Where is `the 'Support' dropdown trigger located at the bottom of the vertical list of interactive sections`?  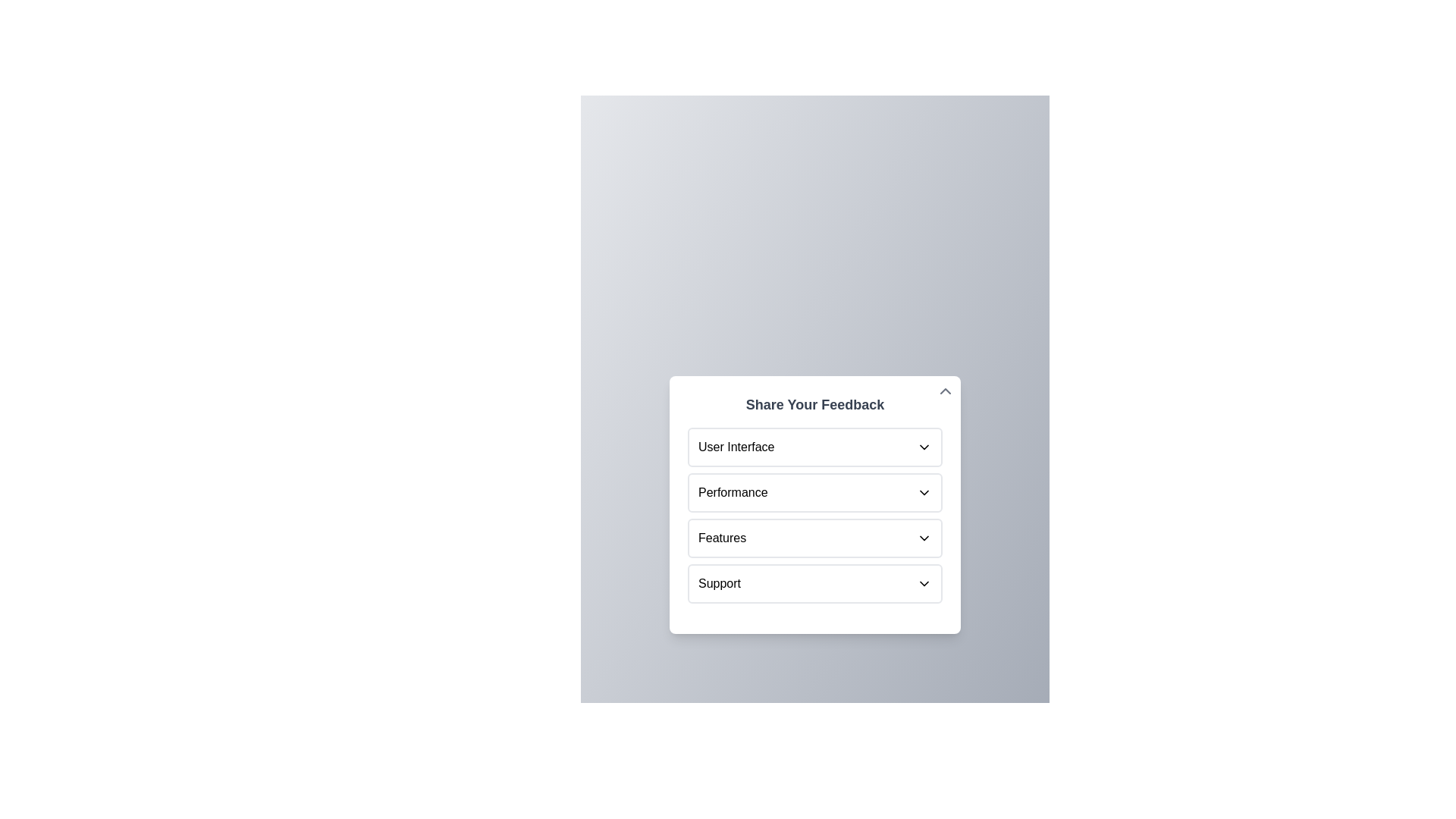
the 'Support' dropdown trigger located at the bottom of the vertical list of interactive sections is located at coordinates (814, 583).